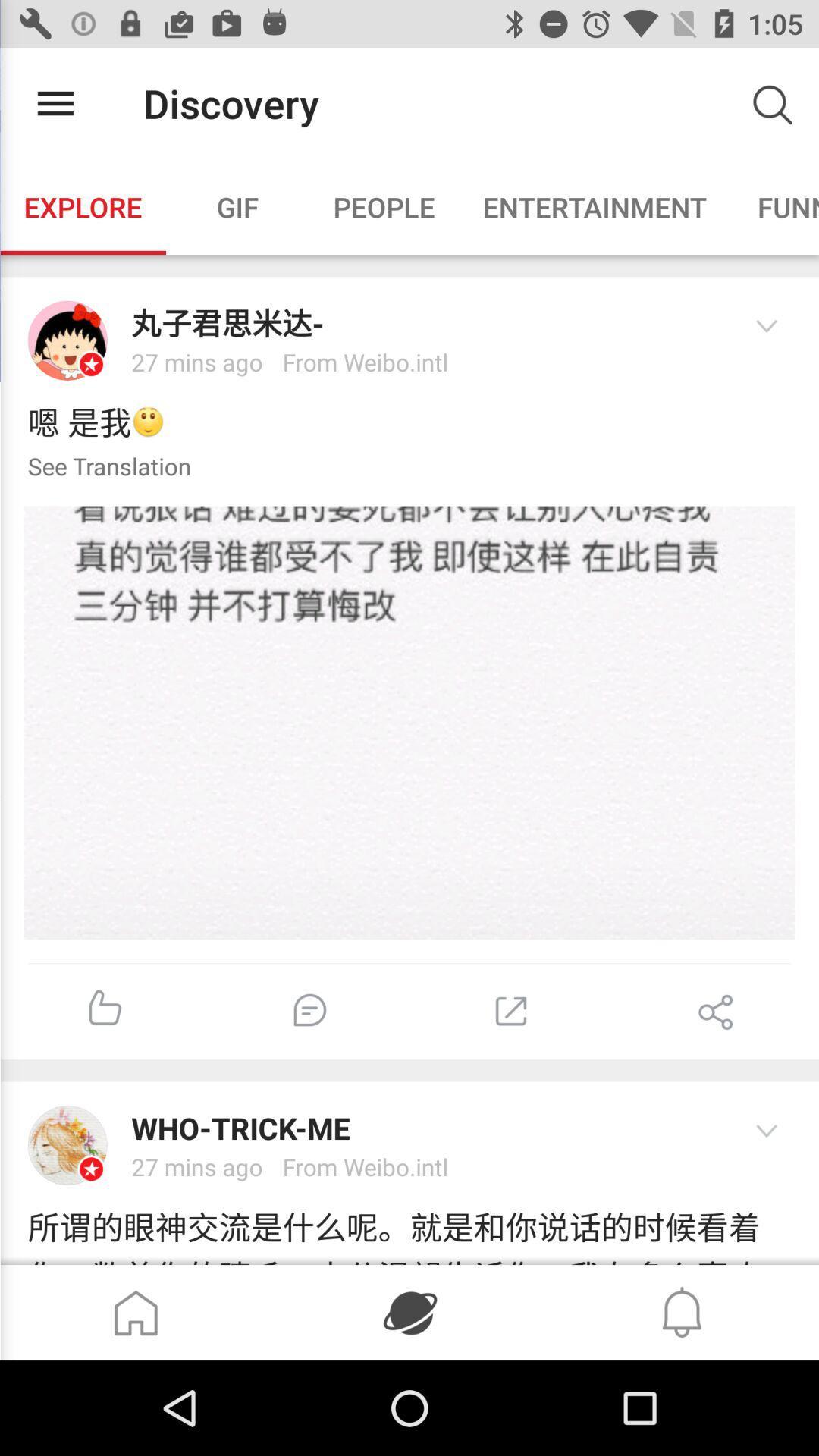 The width and height of the screenshot is (819, 1456). Describe the element at coordinates (425, 1128) in the screenshot. I see `icon above 27 mins ago icon` at that location.